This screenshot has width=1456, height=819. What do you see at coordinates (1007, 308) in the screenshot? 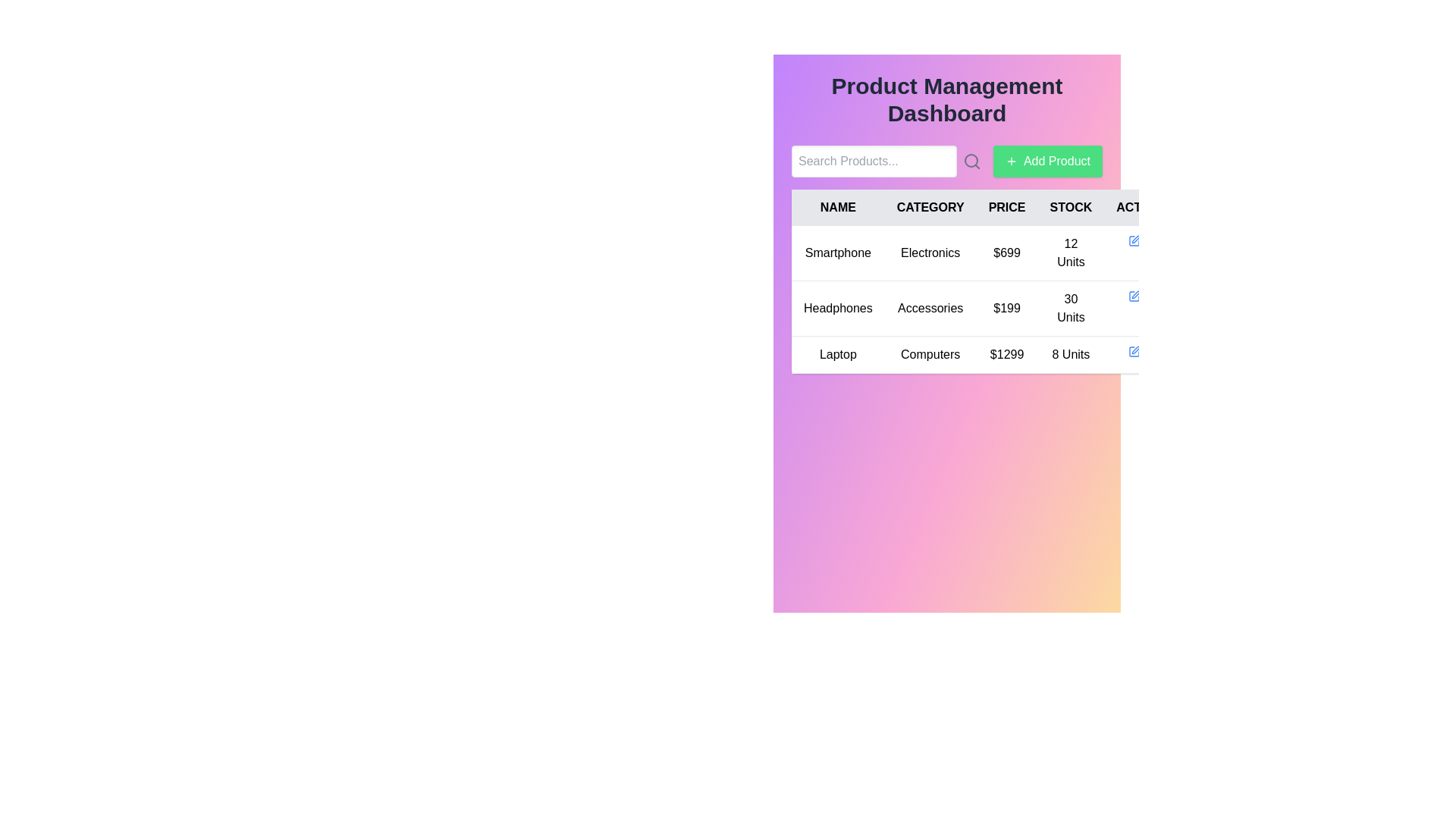
I see `the price information text display for the product 'Headphones' in the 'Accessories' category, which is the third item in the respective table row` at bounding box center [1007, 308].